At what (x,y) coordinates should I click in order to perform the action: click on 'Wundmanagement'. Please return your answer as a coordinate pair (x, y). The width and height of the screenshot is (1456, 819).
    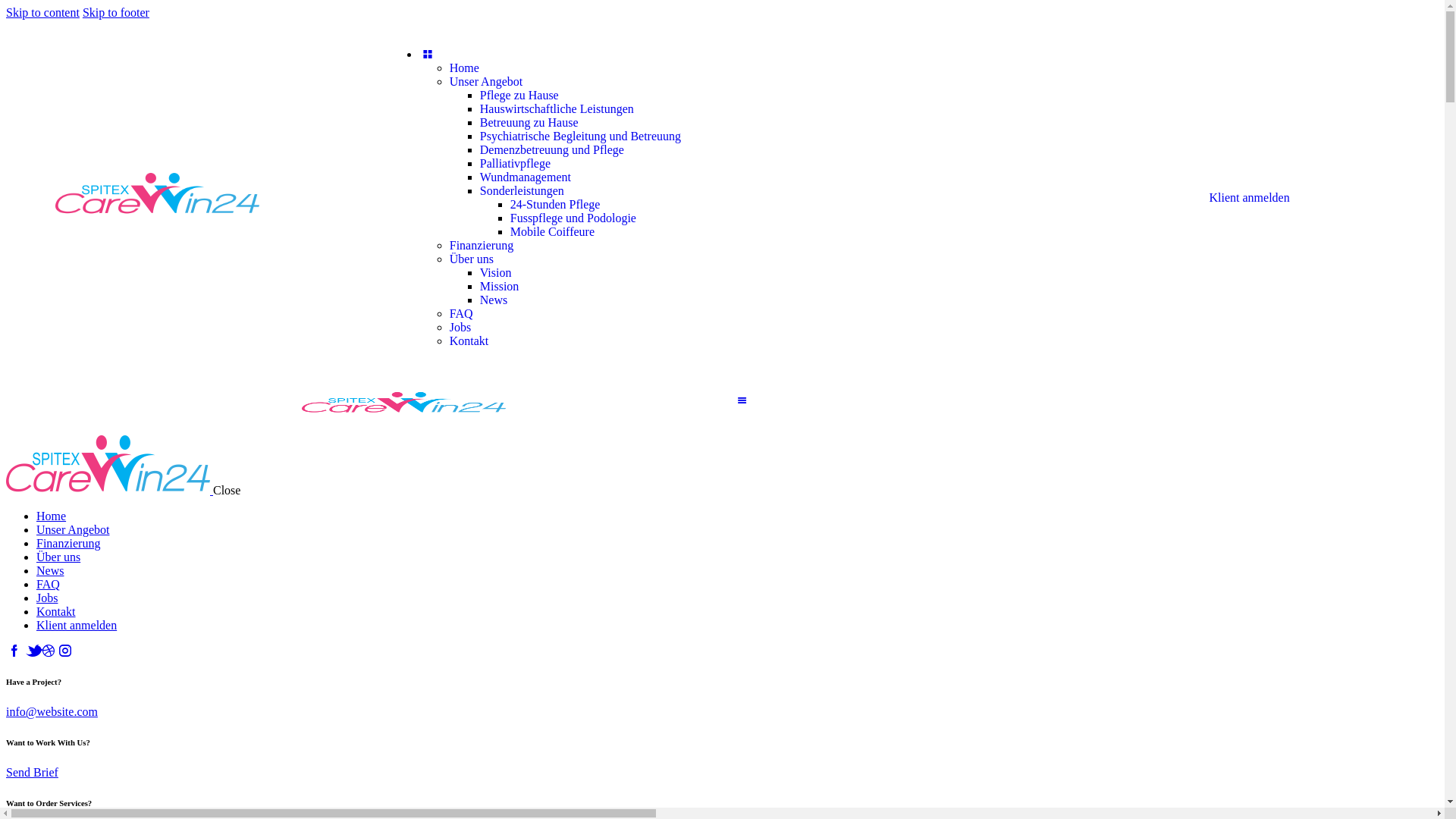
    Looking at the image, I should click on (525, 176).